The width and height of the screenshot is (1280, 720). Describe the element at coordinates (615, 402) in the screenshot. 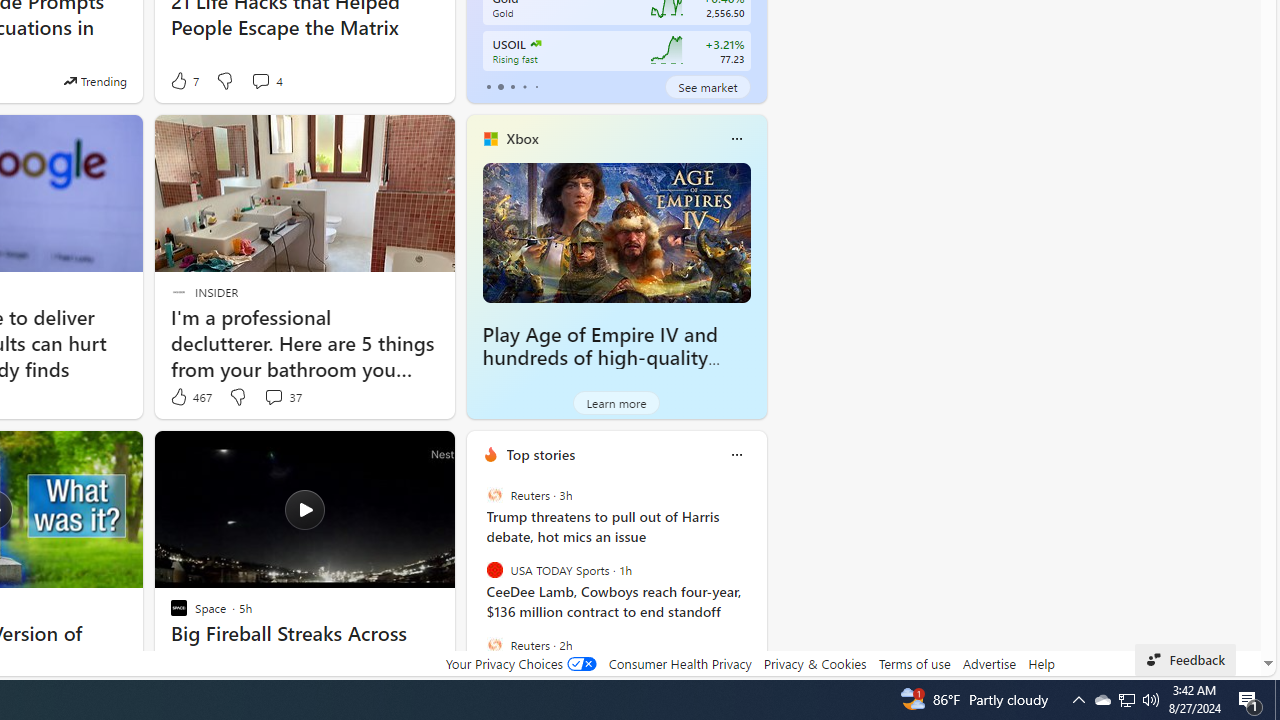

I see `'Learn more'` at that location.